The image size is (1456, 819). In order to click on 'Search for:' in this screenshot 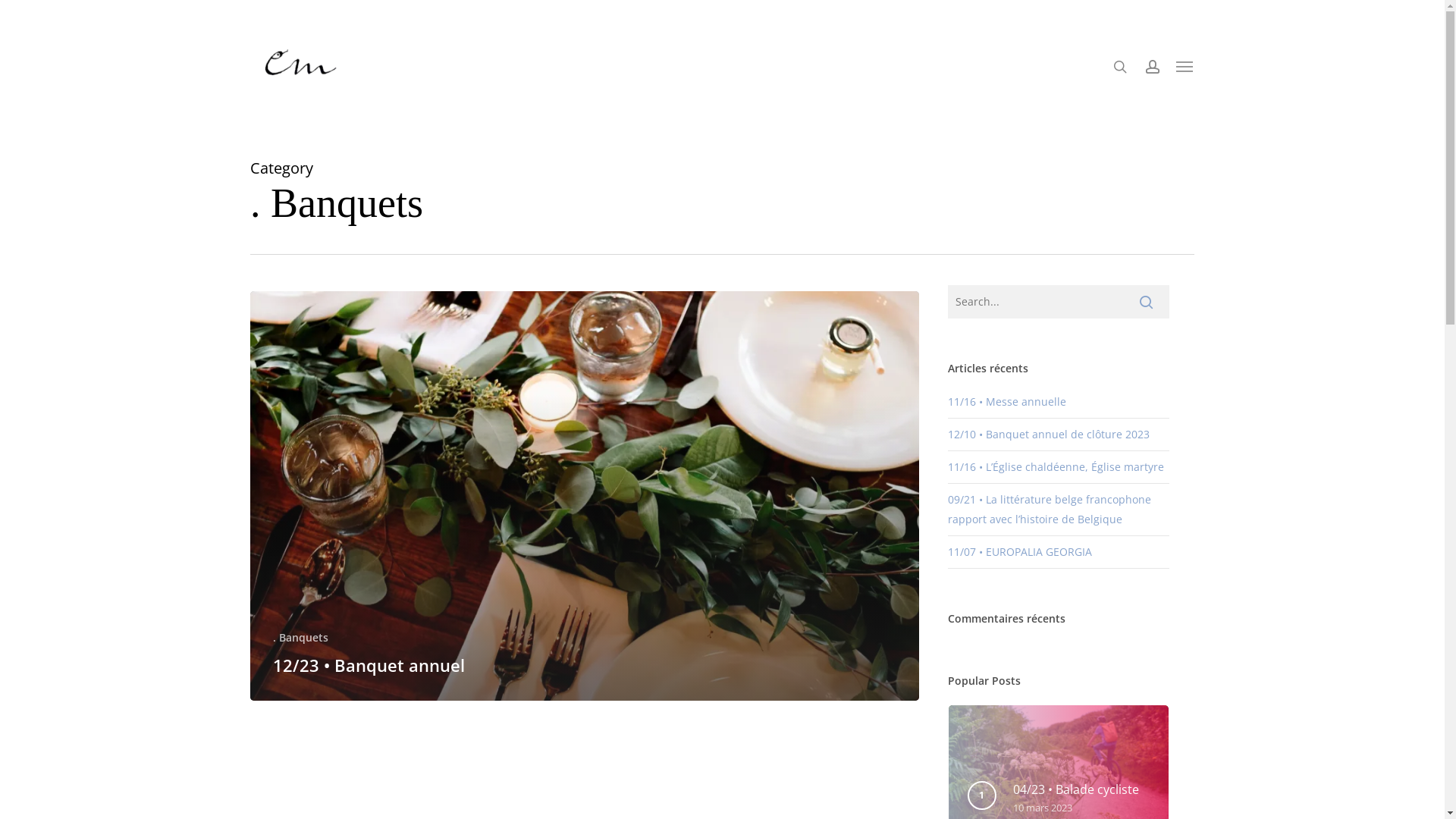, I will do `click(1058, 301)`.